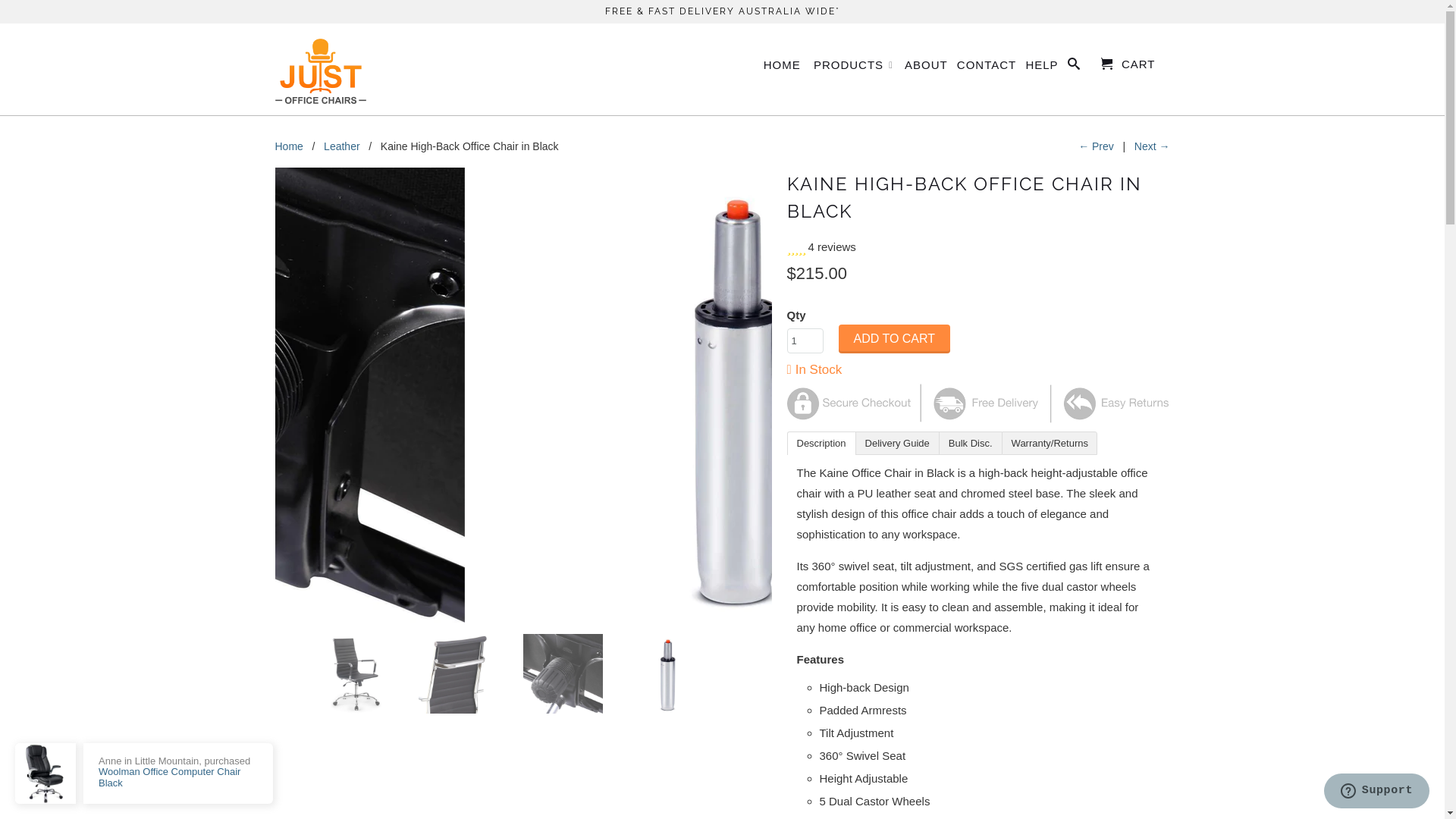 This screenshot has height=819, width=1456. What do you see at coordinates (764, 67) in the screenshot?
I see `'HOME'` at bounding box center [764, 67].